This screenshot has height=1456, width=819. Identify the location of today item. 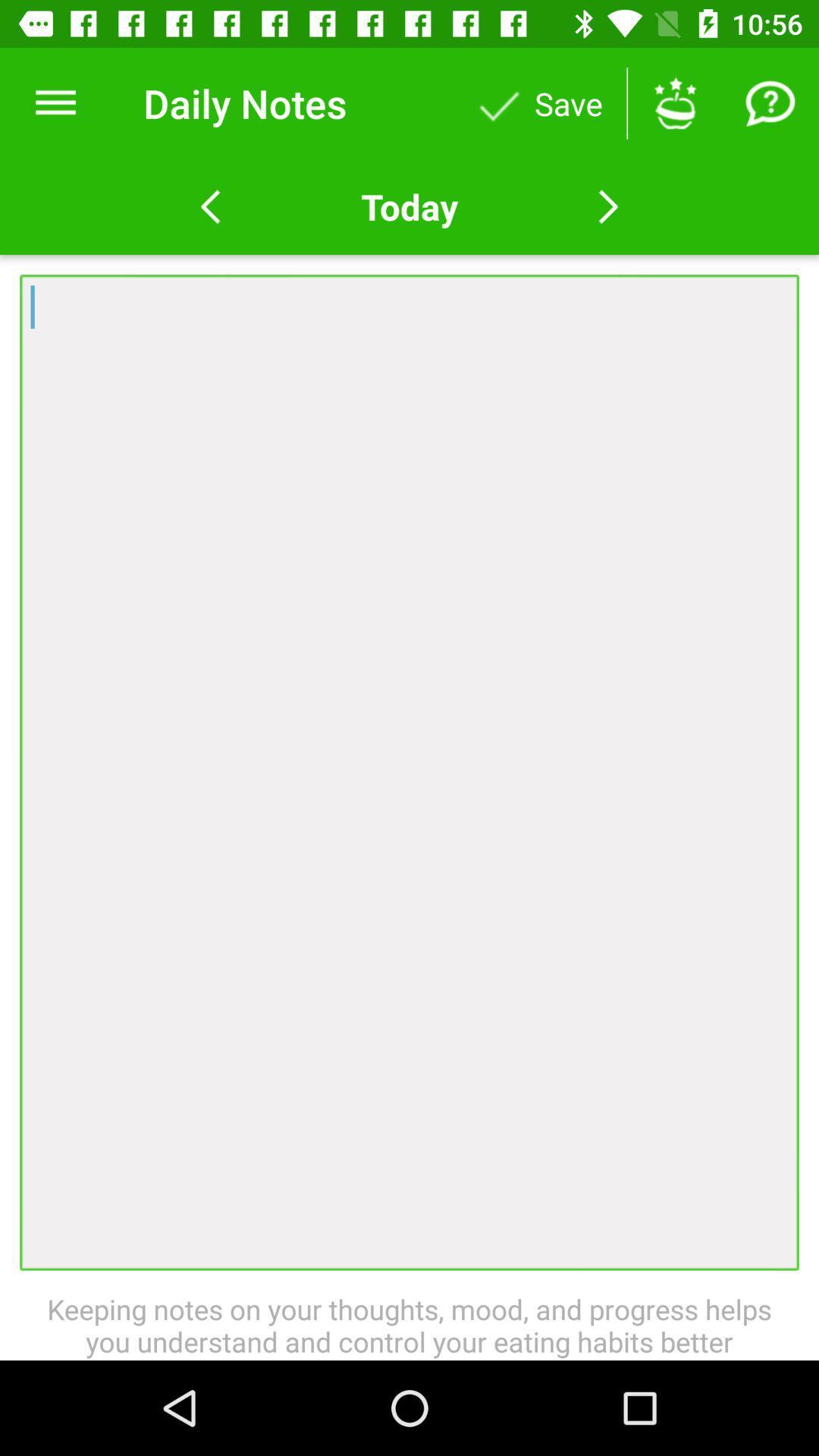
(409, 206).